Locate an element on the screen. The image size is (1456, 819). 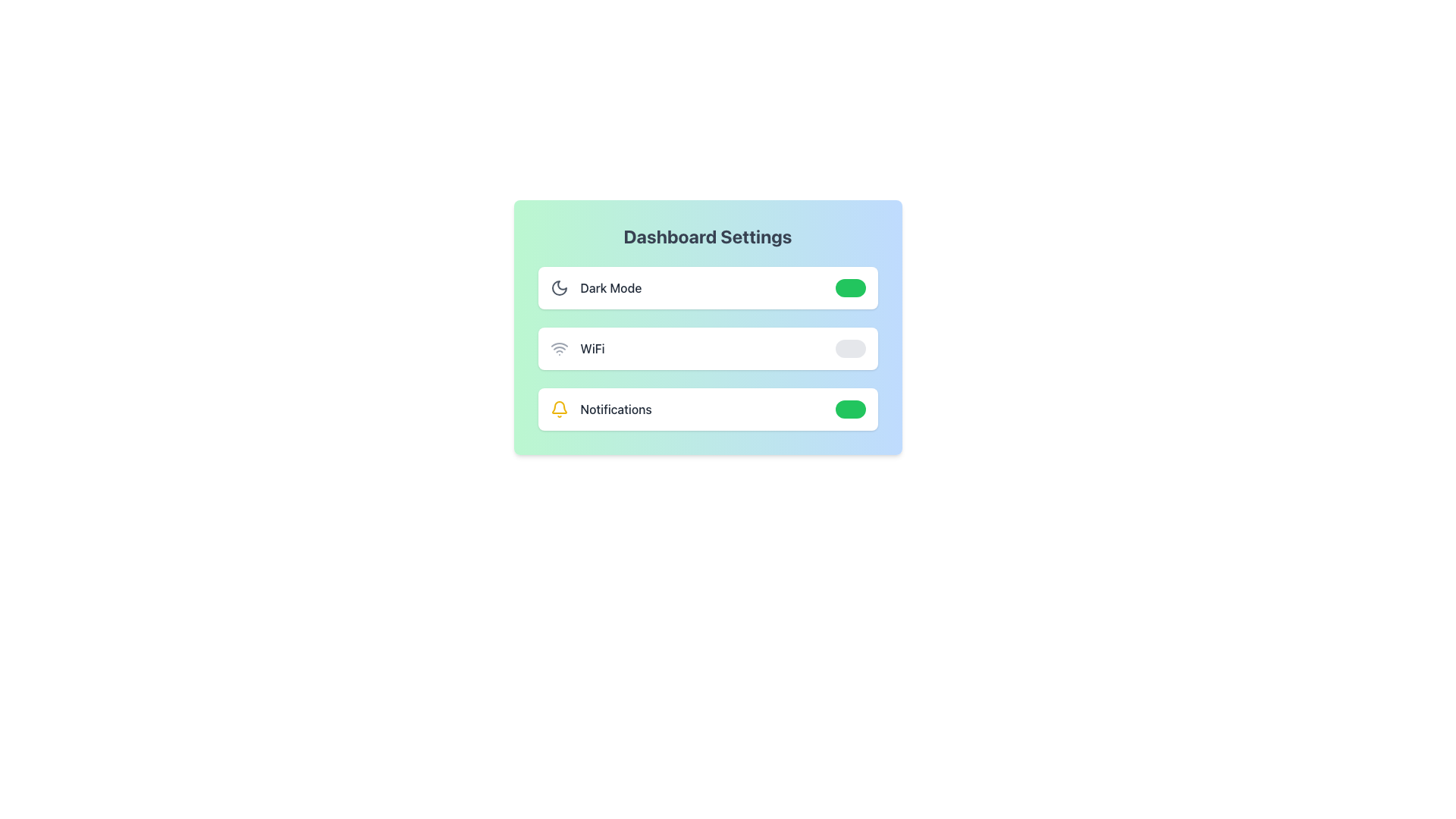
the toggle switch for Notifications, which is located to the far right of the Notifications label, to determine the current setting status is located at coordinates (850, 409).